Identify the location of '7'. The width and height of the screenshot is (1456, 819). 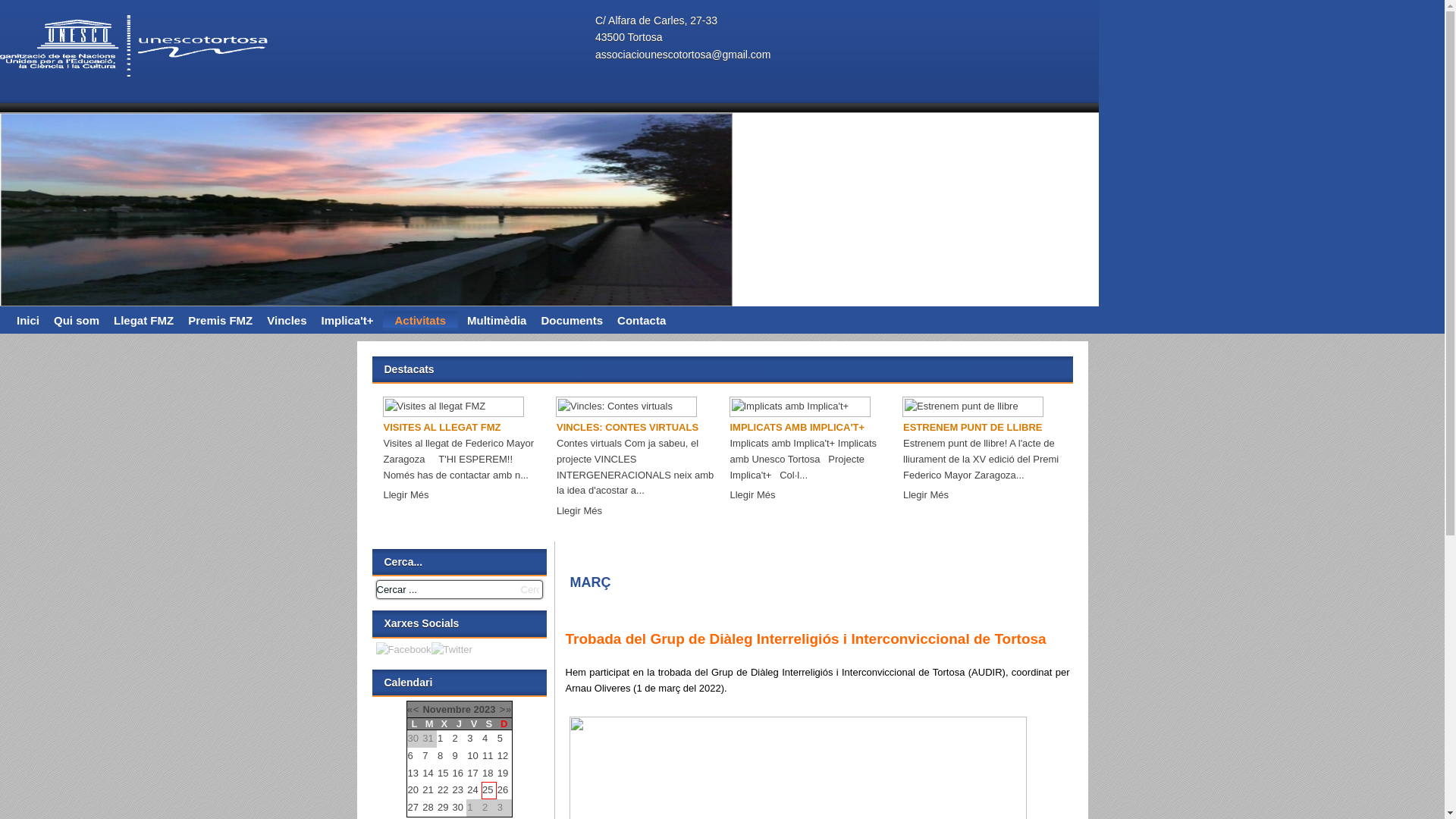
(425, 755).